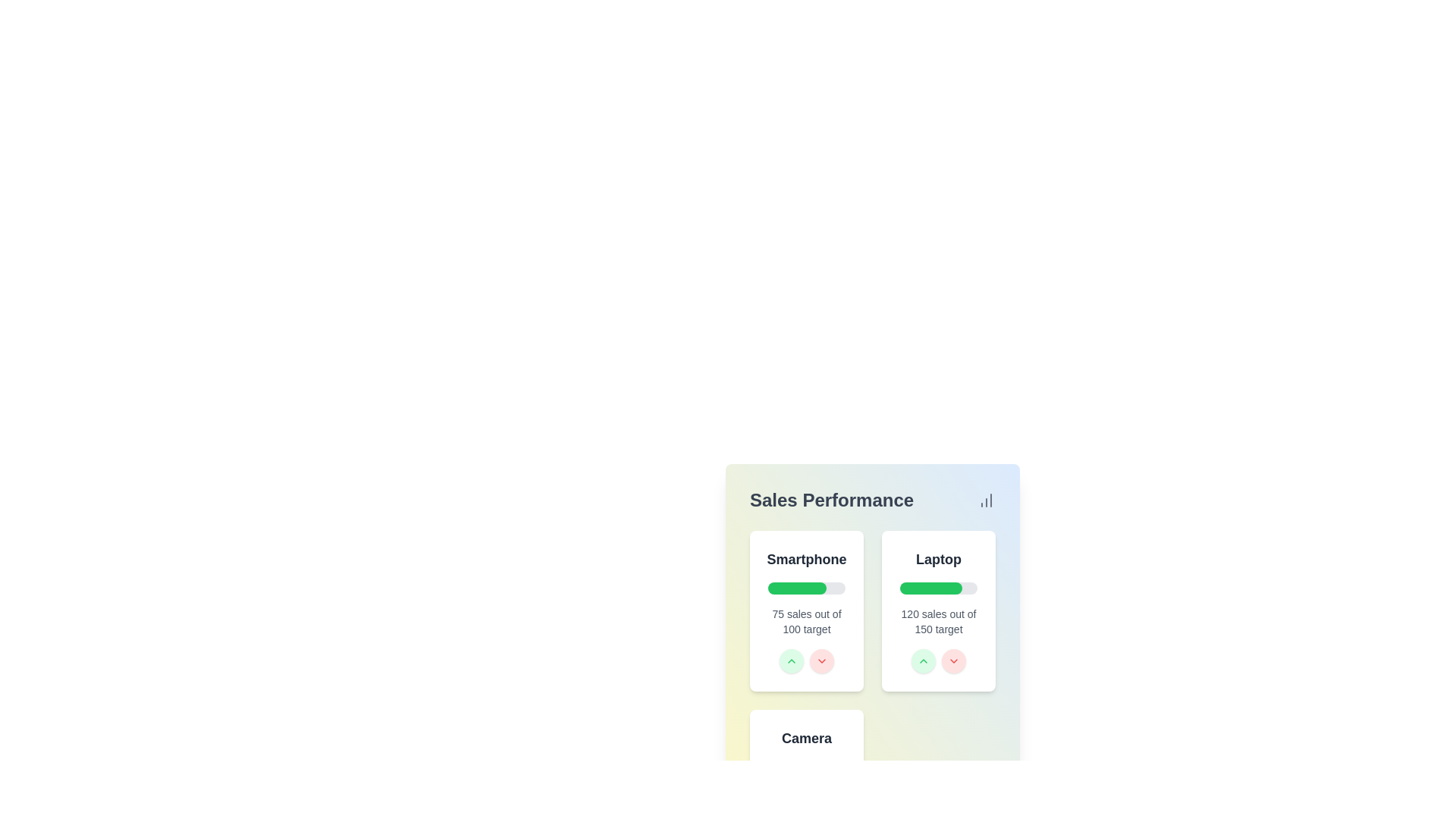  I want to click on the green up arrow button in the voting button group located beneath the progress bar and text '75 sales out of 100 target' in the 'Smartphone' card to increment the vote, so click(806, 660).